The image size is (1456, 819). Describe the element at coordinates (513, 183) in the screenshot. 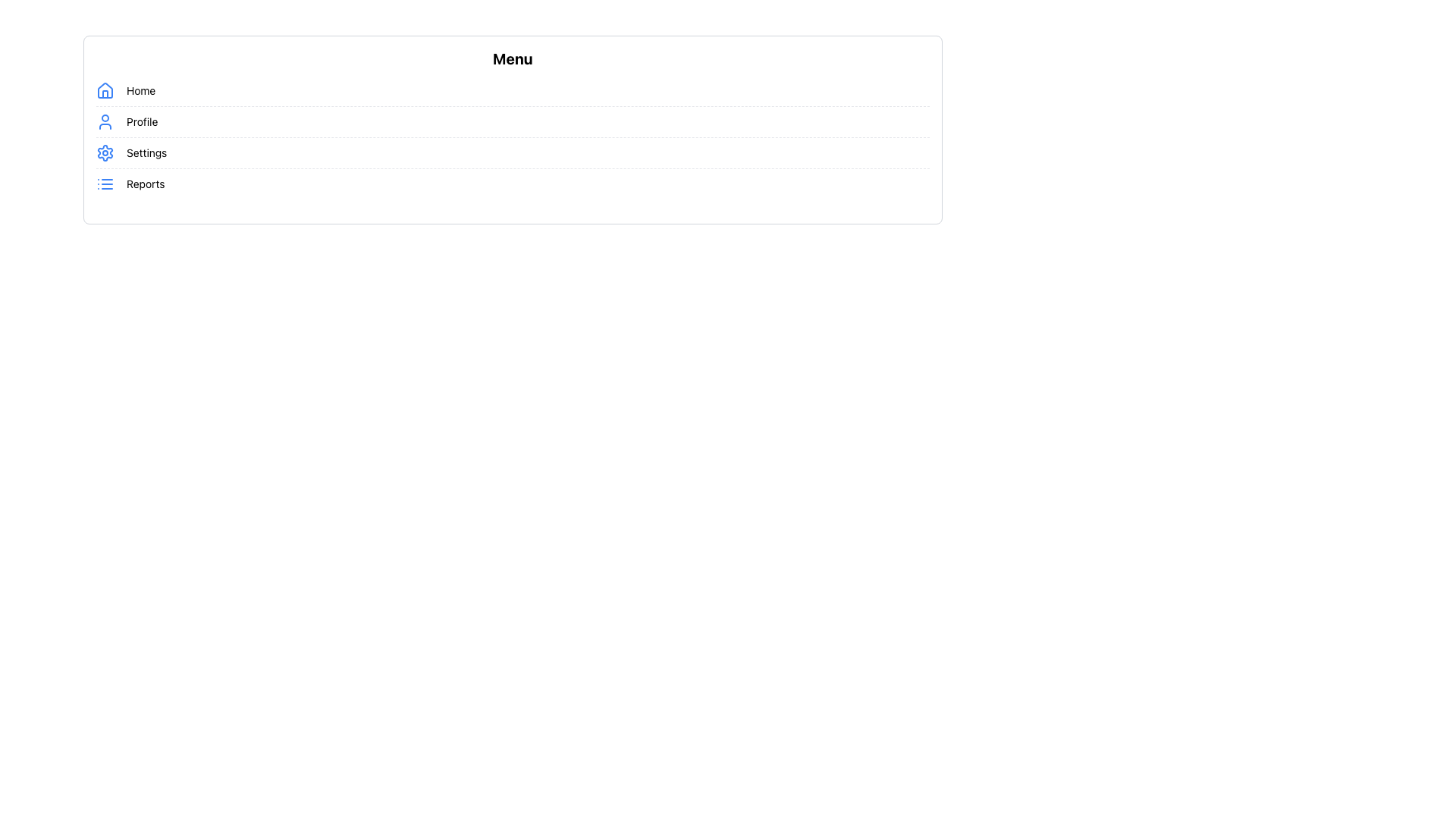

I see `the 'Reports' menu option, which is the fourth entry in the vertical list of menu items` at that location.